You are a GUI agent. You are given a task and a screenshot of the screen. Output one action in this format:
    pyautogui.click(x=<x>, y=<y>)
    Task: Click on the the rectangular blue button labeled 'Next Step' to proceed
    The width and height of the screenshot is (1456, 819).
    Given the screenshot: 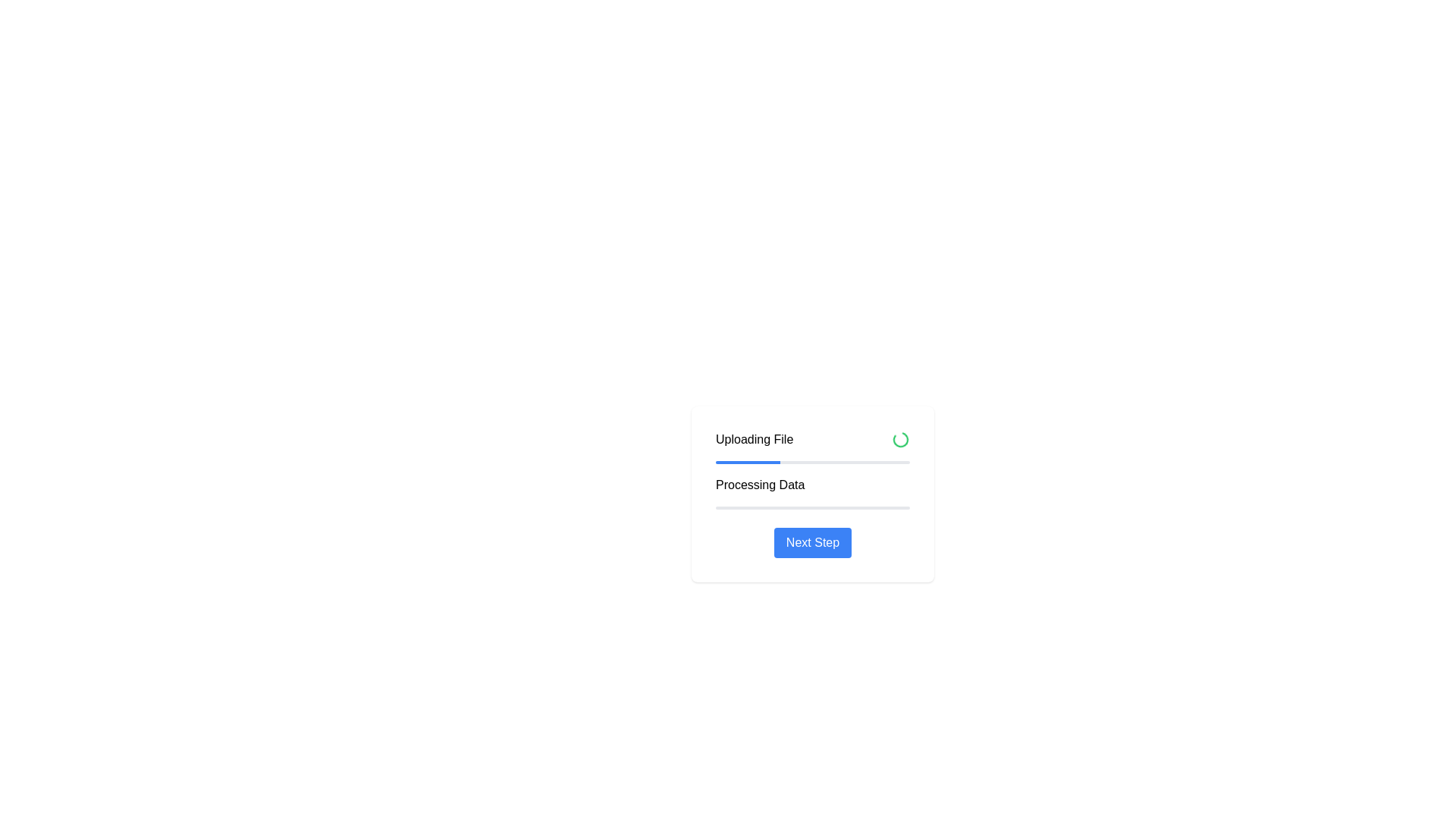 What is the action you would take?
    pyautogui.click(x=811, y=542)
    